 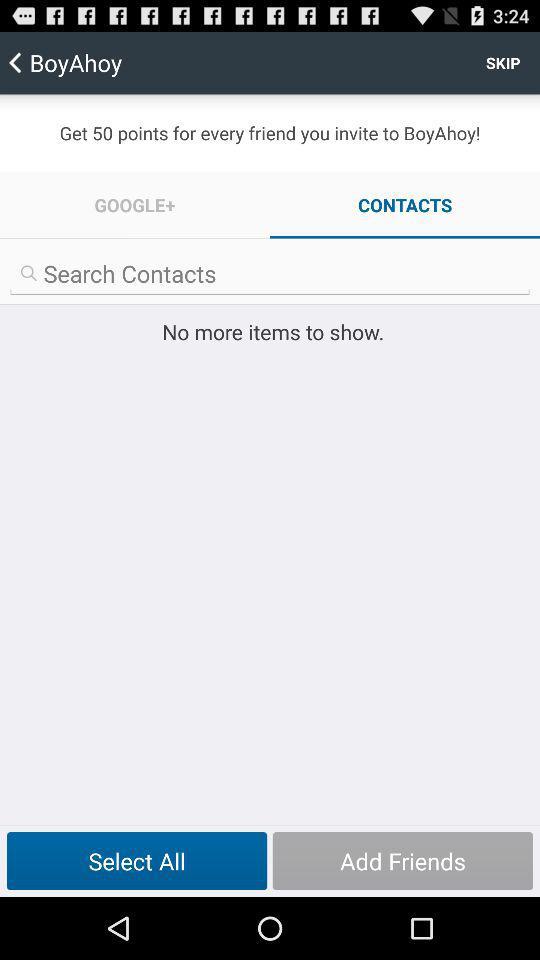 I want to click on the icon below the get 50 points app, so click(x=135, y=205).